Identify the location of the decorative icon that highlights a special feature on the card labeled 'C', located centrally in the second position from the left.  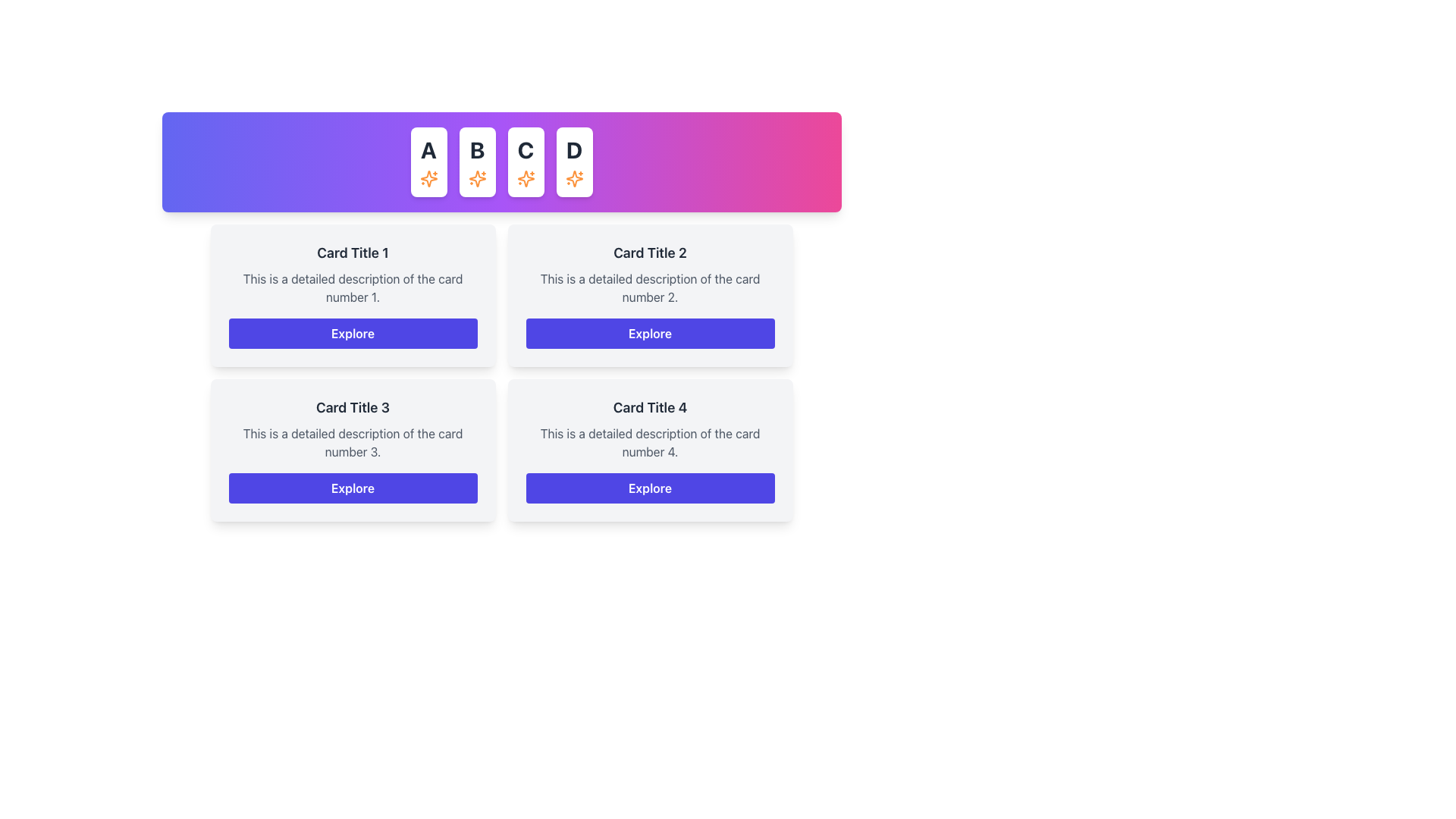
(526, 177).